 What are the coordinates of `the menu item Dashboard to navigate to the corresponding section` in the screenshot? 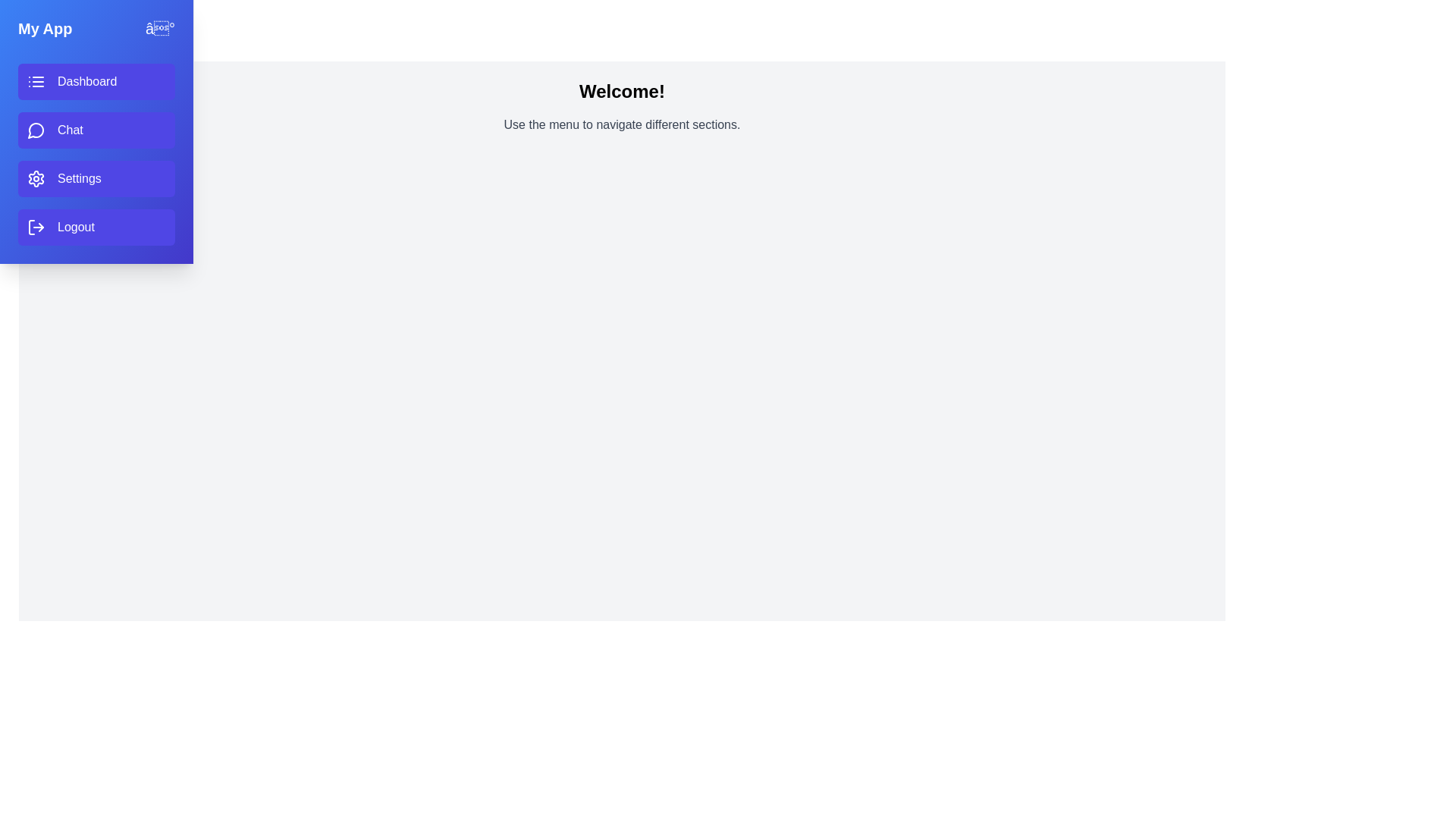 It's located at (96, 82).